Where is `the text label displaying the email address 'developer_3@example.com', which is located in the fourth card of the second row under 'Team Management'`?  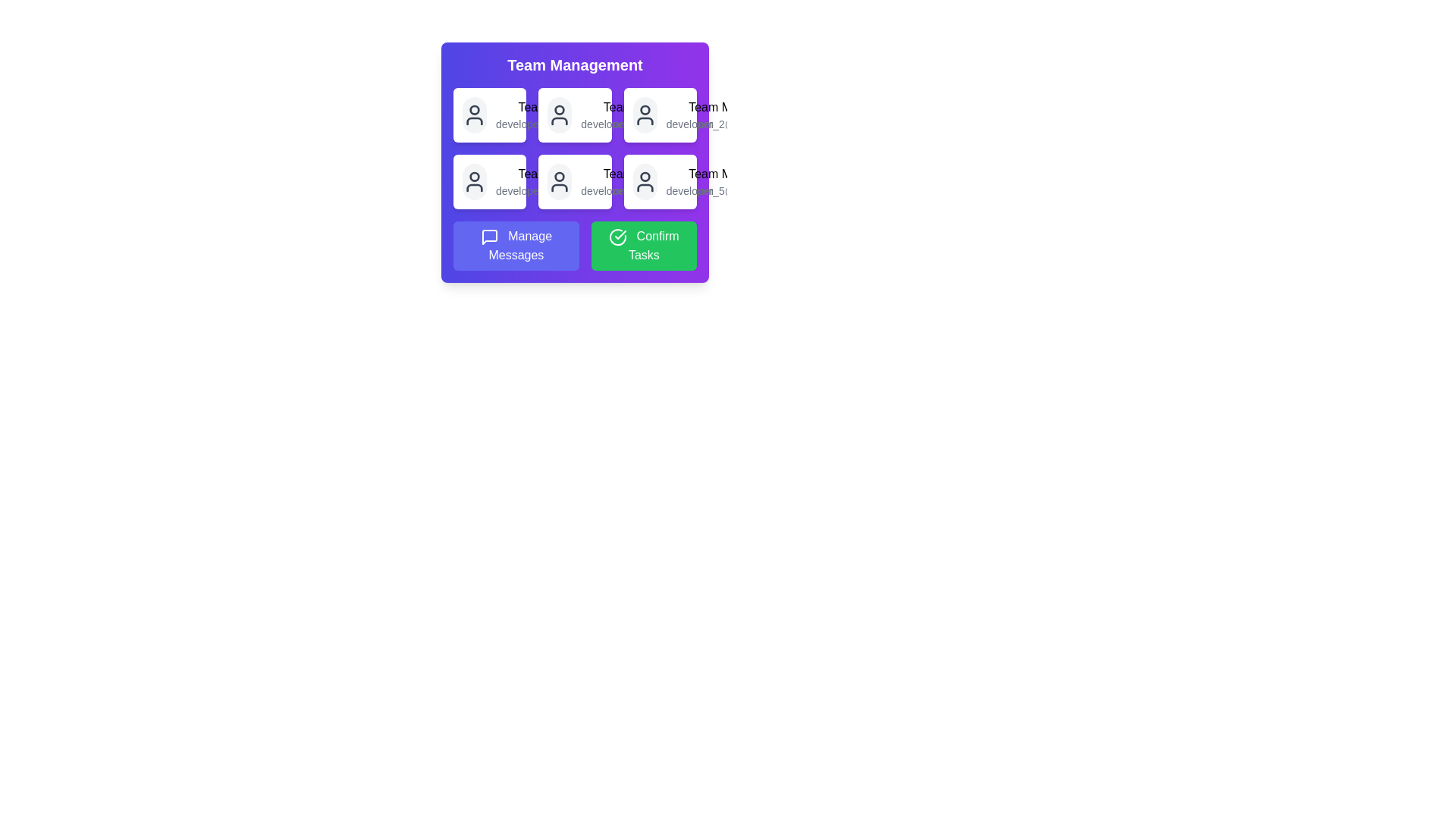
the text label displaying the email address 'developer_3@example.com', which is located in the fourth card of the second row under 'Team Management' is located at coordinates (561, 190).